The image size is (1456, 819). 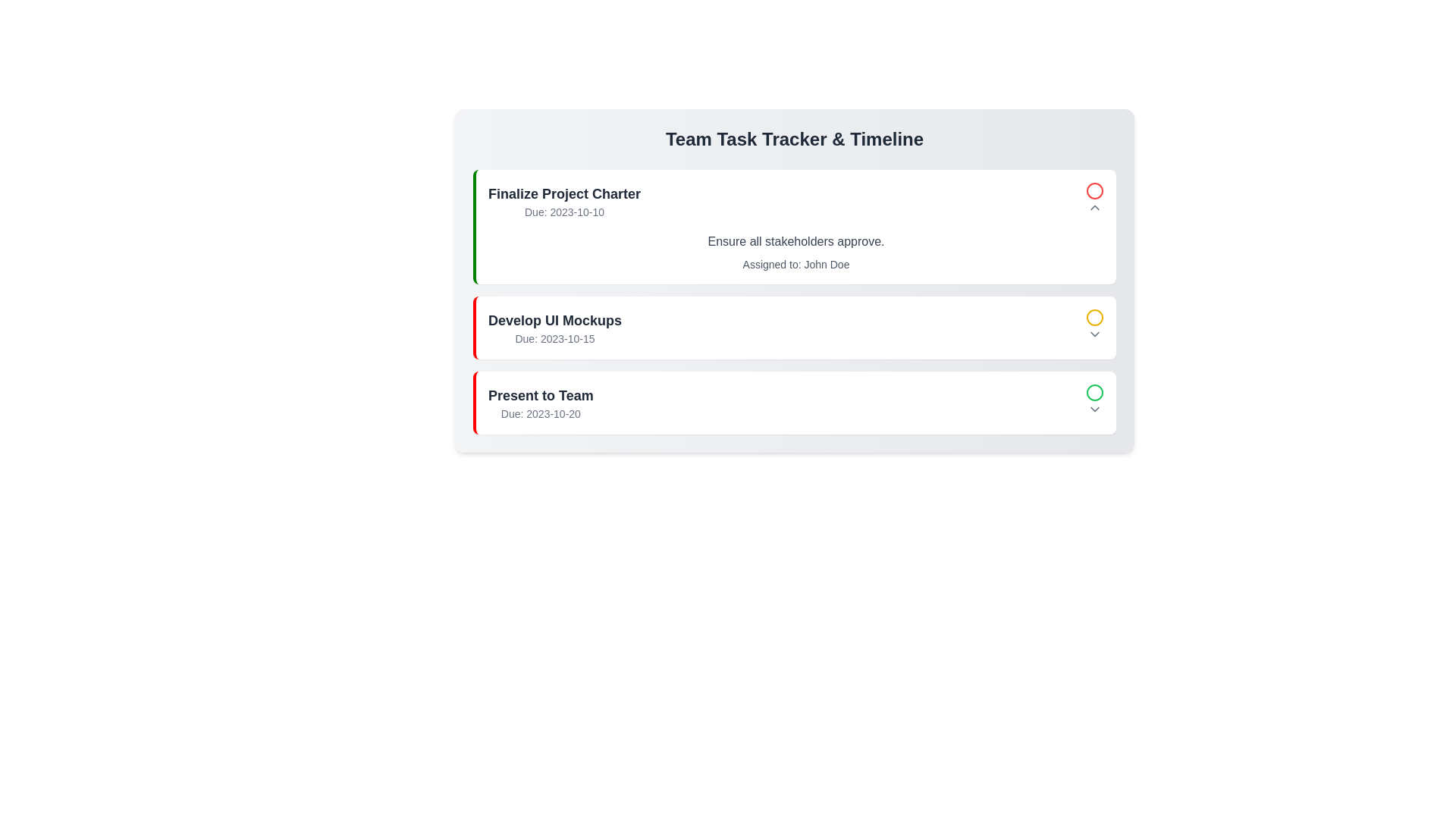 I want to click on the text label displaying 'Assigned to: John Doe' located under the item 'Finalize Project Charter' in the task tracker interface to interact with or modify the assignment, so click(x=795, y=263).